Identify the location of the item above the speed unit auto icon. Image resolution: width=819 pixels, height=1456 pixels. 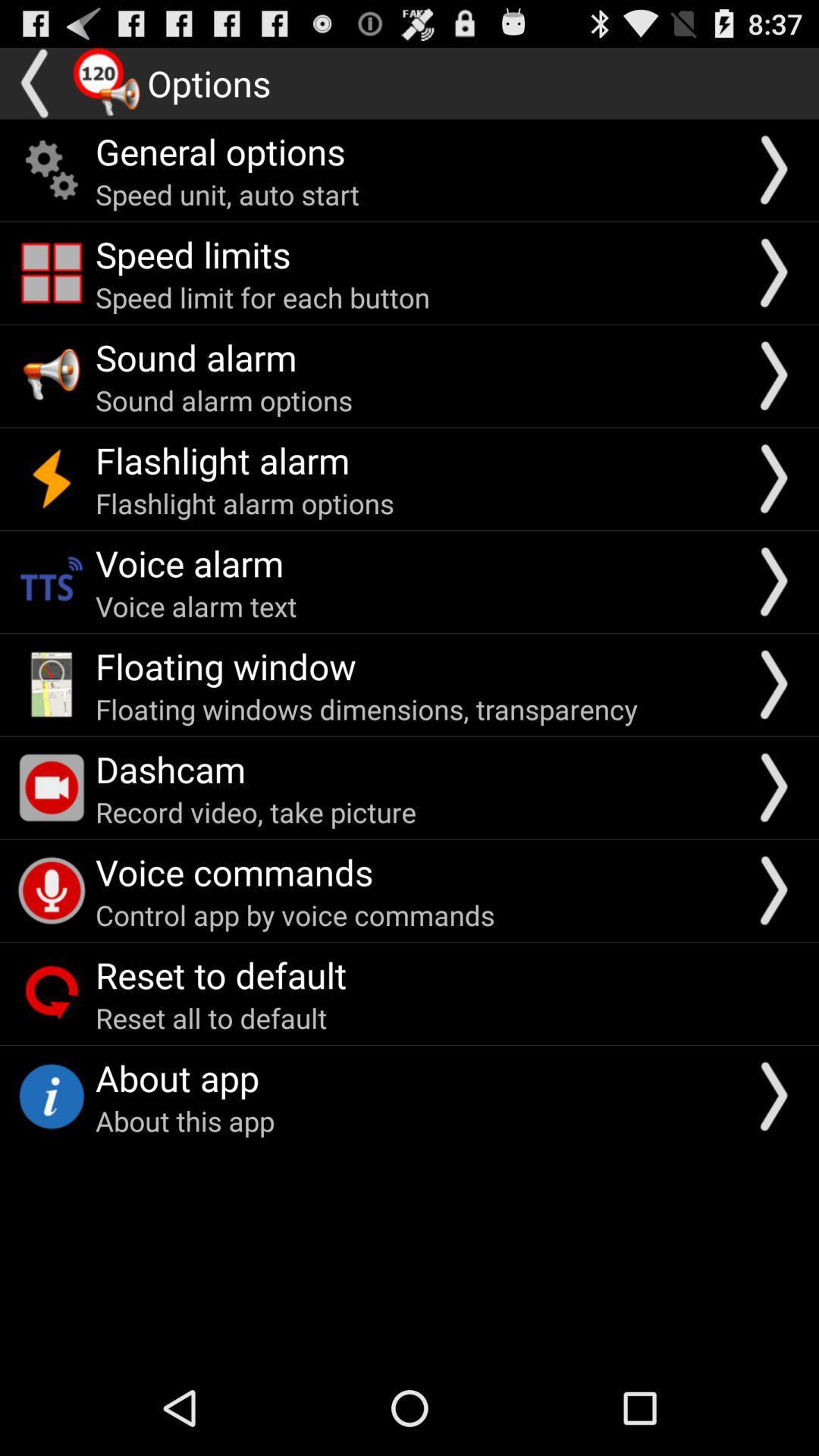
(220, 151).